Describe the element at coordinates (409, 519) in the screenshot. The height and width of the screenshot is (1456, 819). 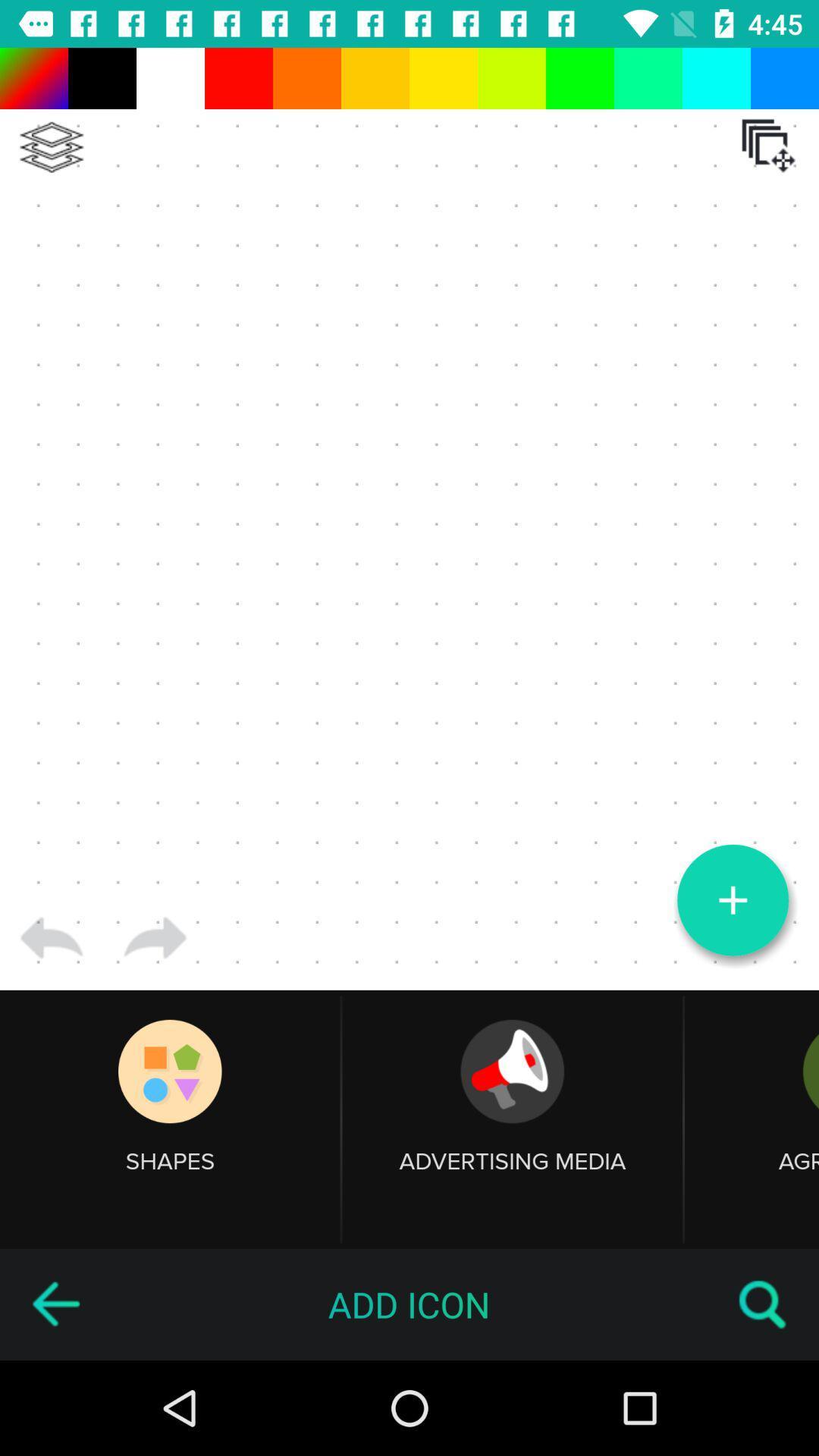
I see `icon to page` at that location.